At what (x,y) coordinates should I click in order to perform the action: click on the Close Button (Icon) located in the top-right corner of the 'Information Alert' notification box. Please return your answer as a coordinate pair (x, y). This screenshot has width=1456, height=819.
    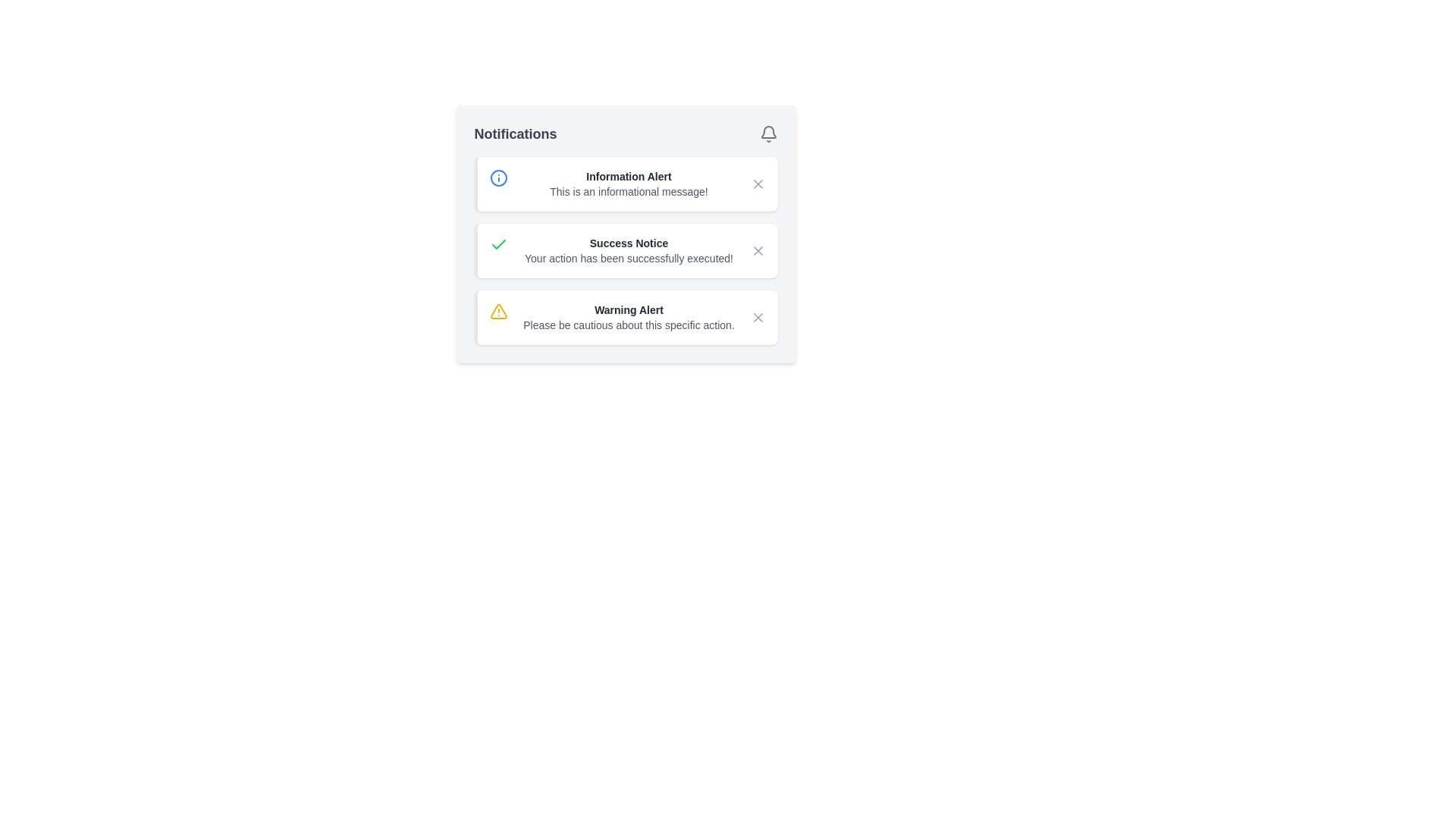
    Looking at the image, I should click on (758, 184).